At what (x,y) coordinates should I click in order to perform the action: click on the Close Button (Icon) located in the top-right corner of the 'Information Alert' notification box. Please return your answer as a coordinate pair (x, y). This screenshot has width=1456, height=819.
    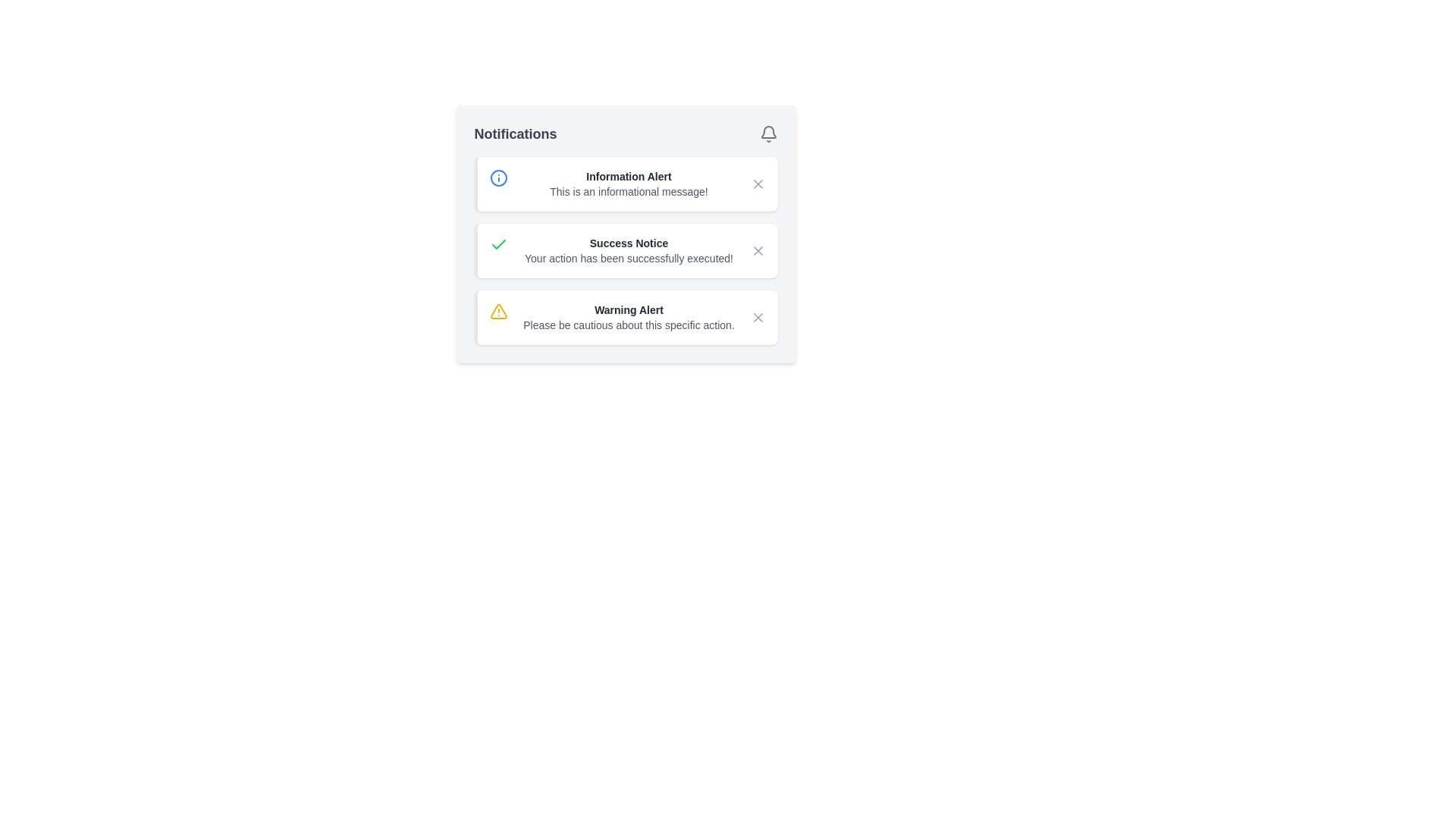
    Looking at the image, I should click on (758, 184).